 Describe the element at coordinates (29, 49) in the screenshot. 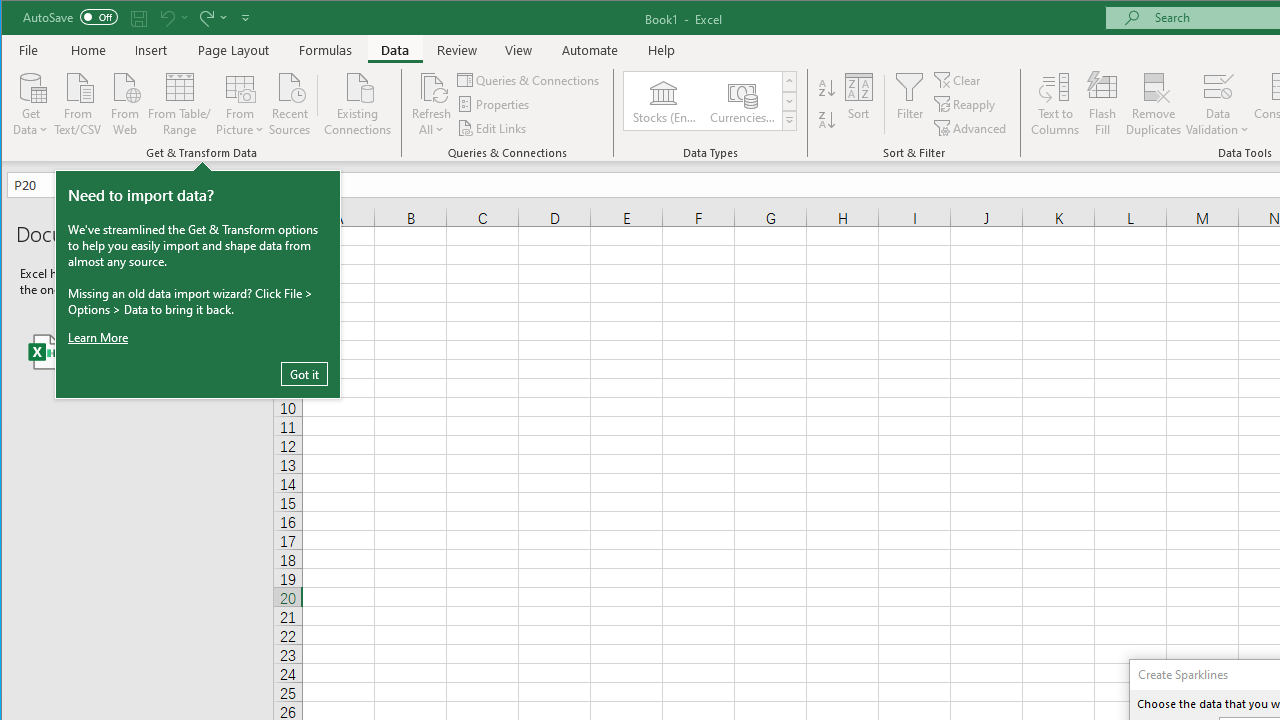

I see `'File Tab'` at that location.